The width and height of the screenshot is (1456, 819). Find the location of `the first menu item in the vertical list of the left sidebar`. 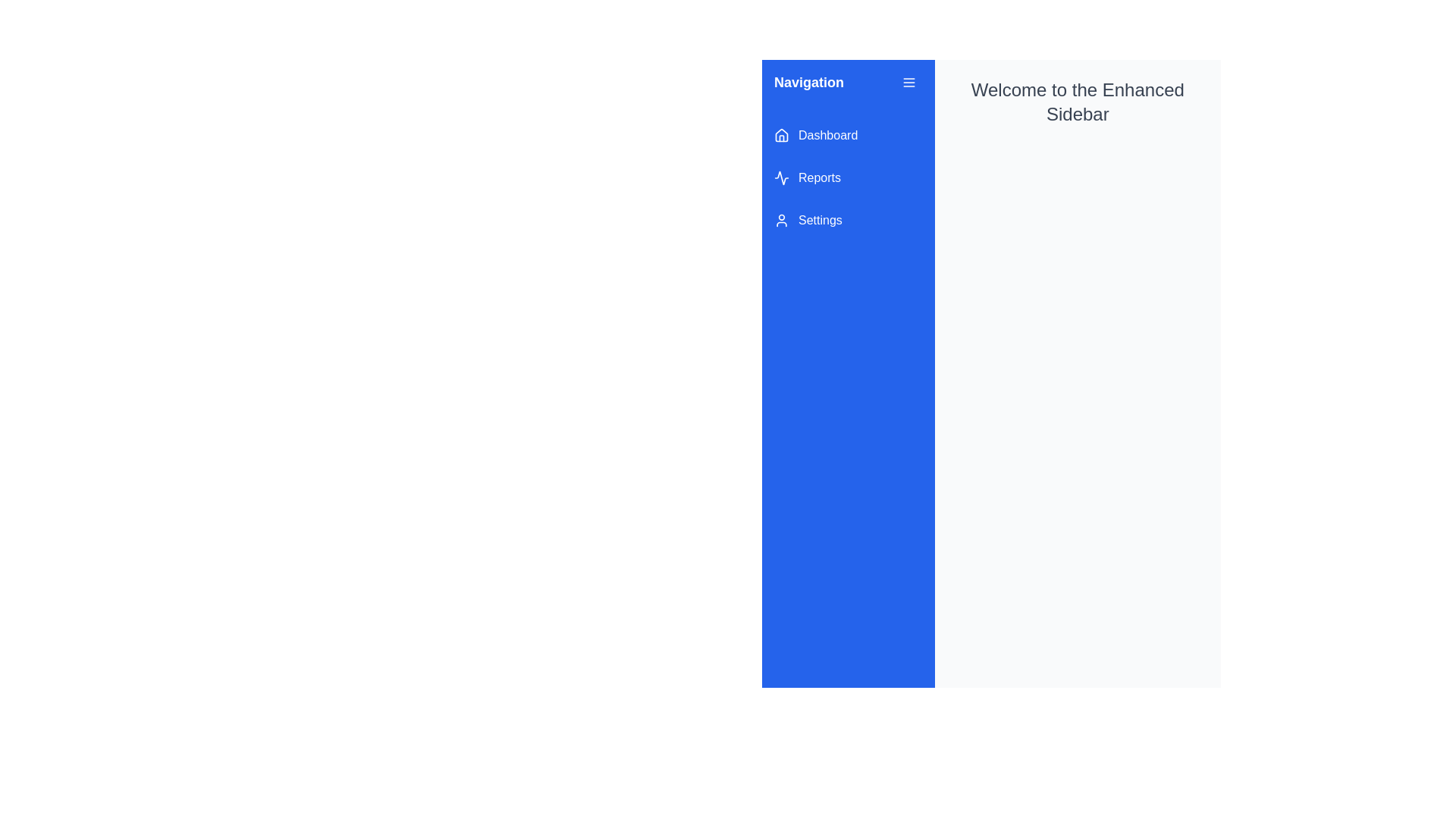

the first menu item in the vertical list of the left sidebar is located at coordinates (847, 134).